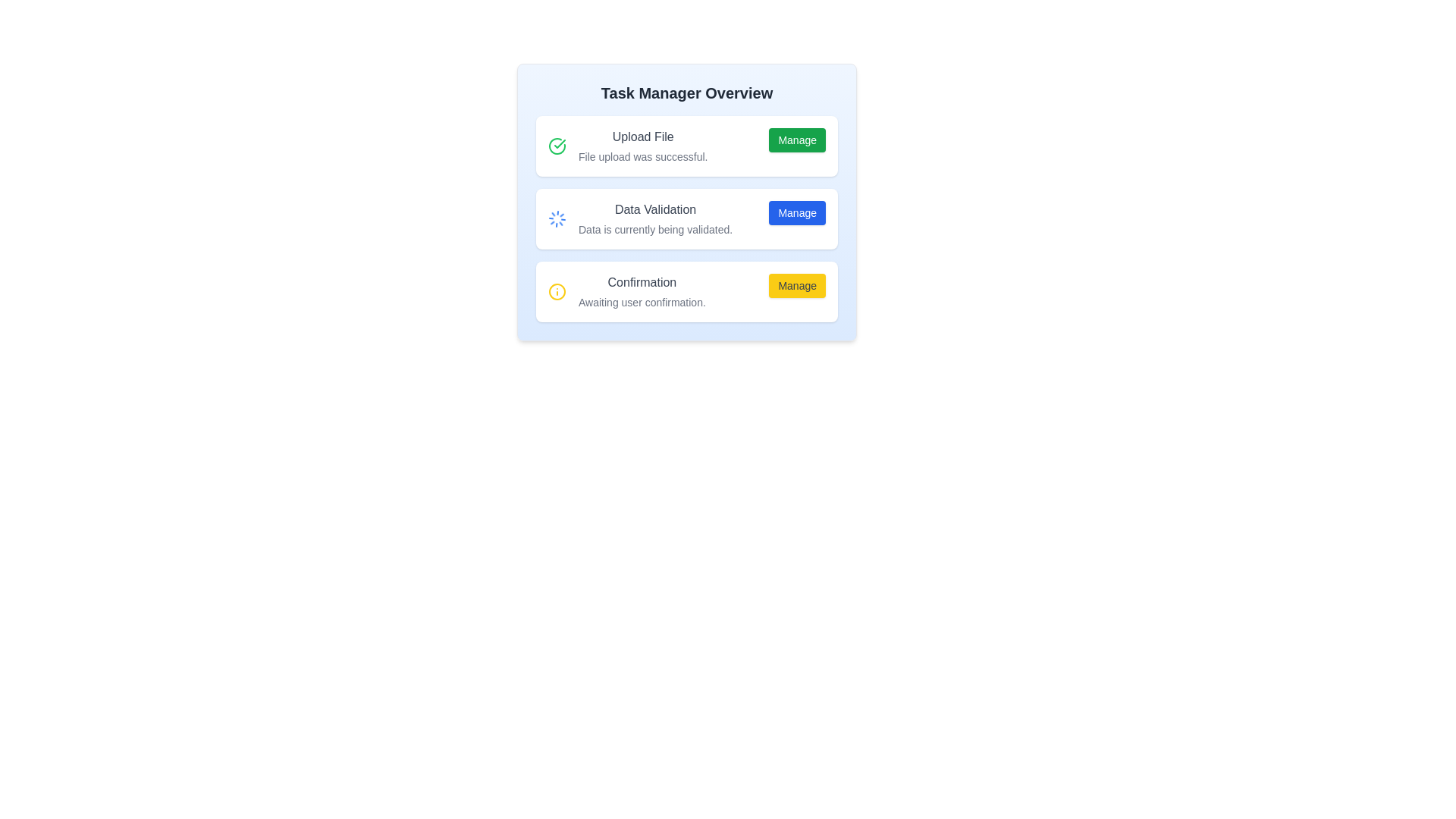  What do you see at coordinates (556, 219) in the screenshot?
I see `the circular loading spinner icon with a thin blue outline located in the second row of the 'Task Manager Overview' UI card, adjacent to 'Data Validation'` at bounding box center [556, 219].